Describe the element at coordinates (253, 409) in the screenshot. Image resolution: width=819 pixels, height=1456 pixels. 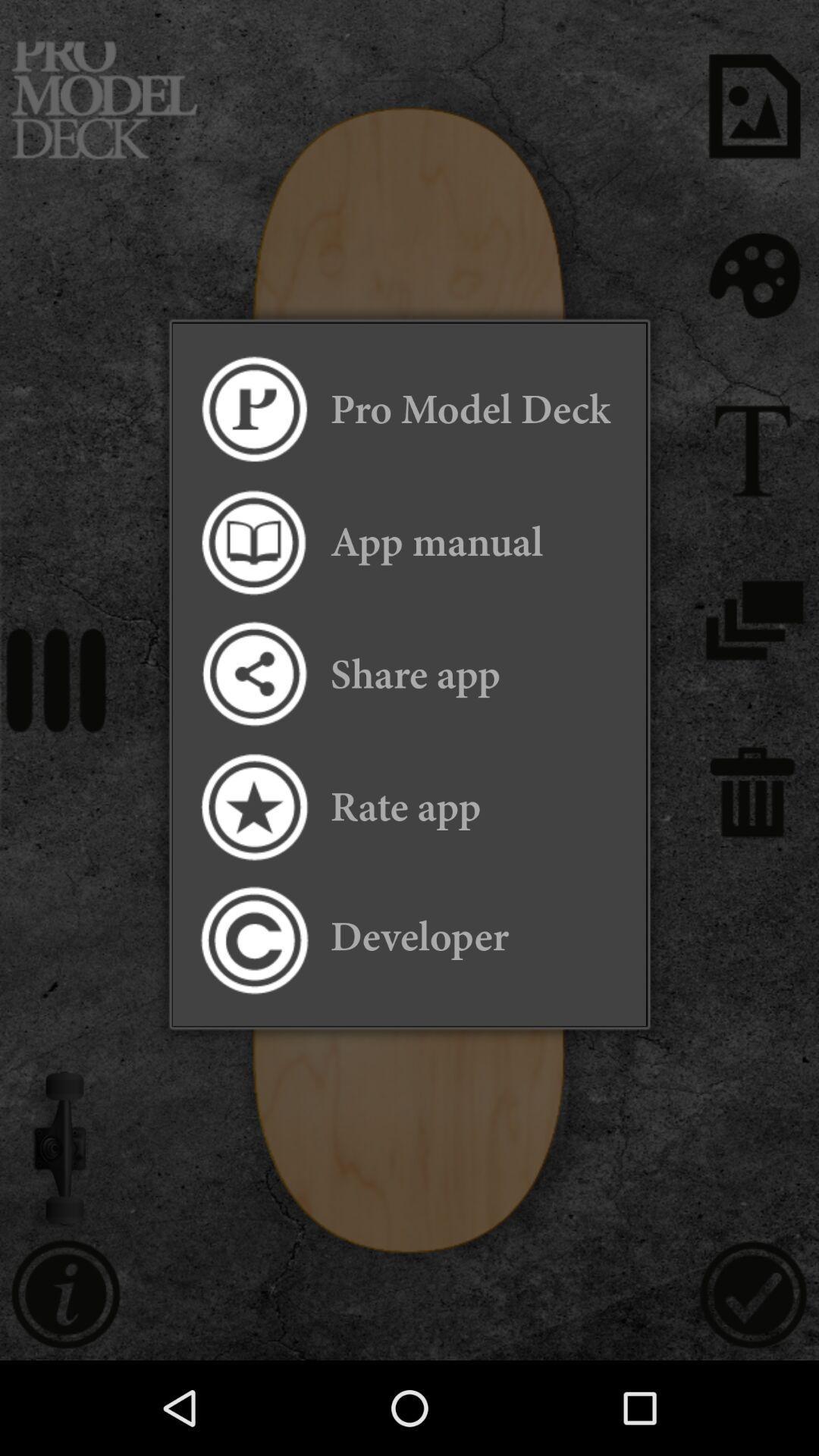
I see `the icon at the top left corner` at that location.